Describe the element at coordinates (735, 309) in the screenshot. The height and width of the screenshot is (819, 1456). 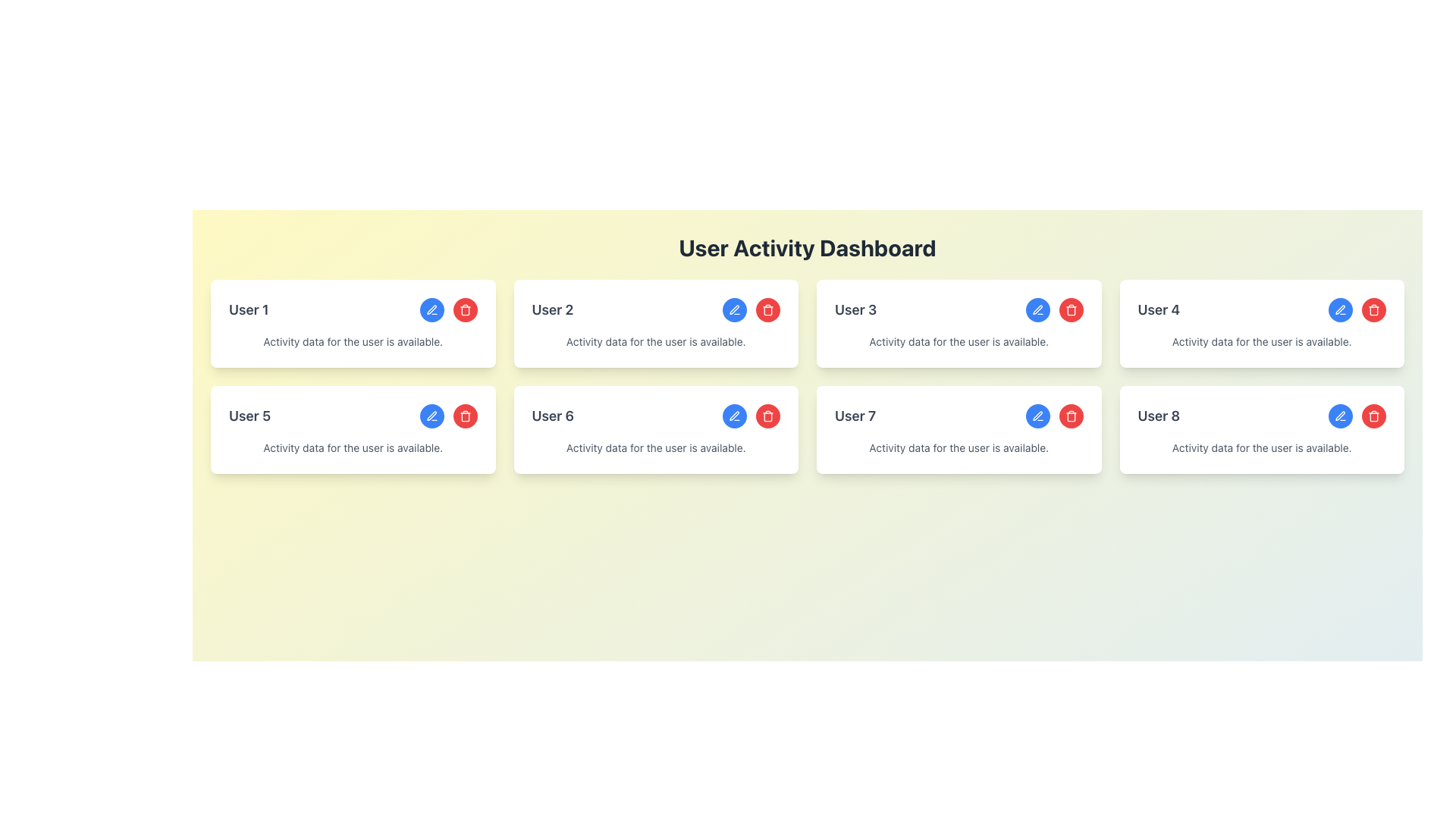
I see `the pen icon inside the blue circular button located at the top-right of the user card labeled 'User 2' to initiate the edit action` at that location.